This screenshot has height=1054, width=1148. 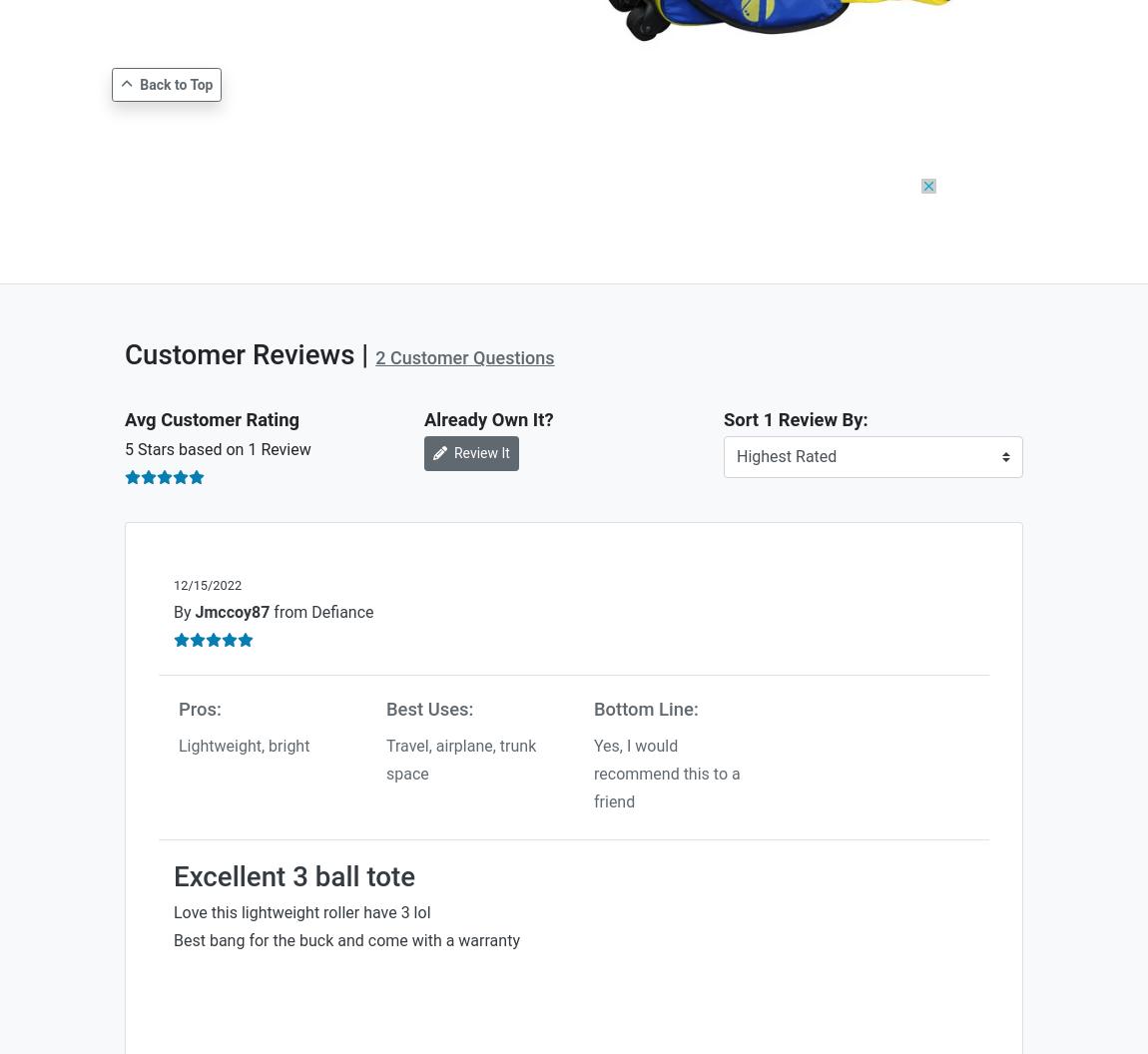 I want to click on 'Review', so click(x=283, y=449).